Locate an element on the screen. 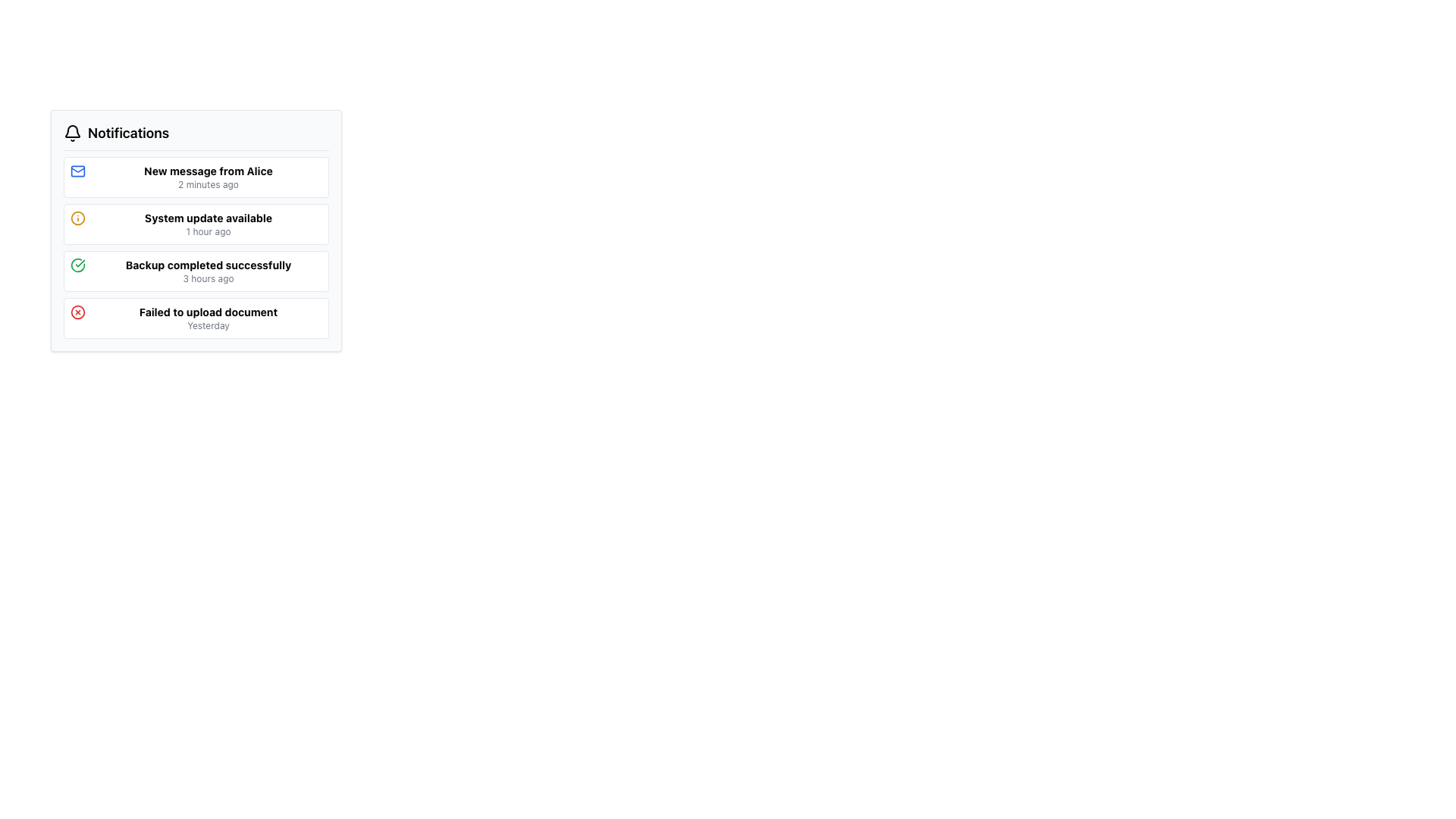 This screenshot has width=1456, height=819. text label that informs the user about the failure of a document upload operation, located above a timestamp labeled 'Yesterday' in the fourth notification card is located at coordinates (207, 312).